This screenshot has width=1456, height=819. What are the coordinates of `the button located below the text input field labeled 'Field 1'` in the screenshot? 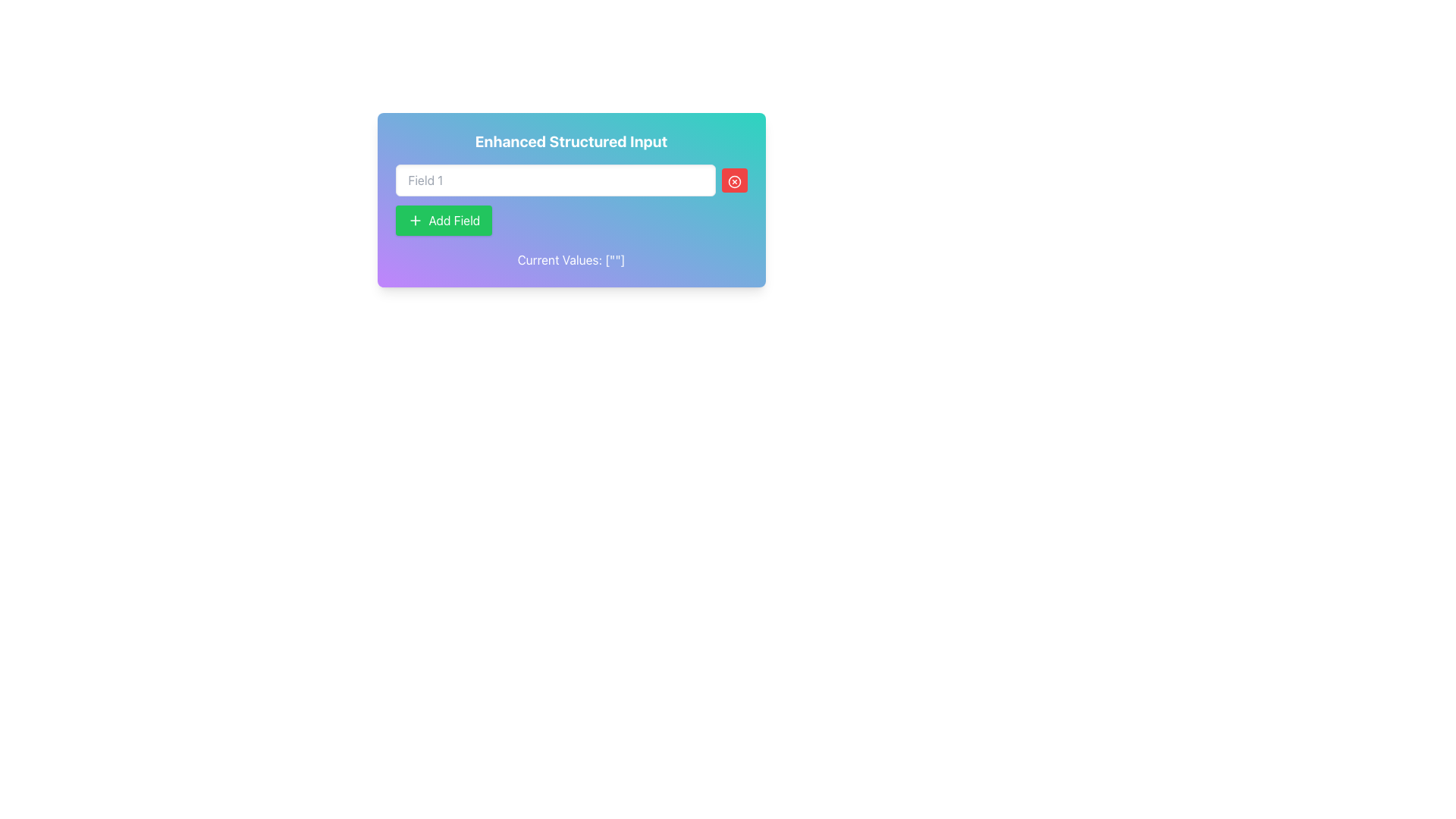 It's located at (443, 220).